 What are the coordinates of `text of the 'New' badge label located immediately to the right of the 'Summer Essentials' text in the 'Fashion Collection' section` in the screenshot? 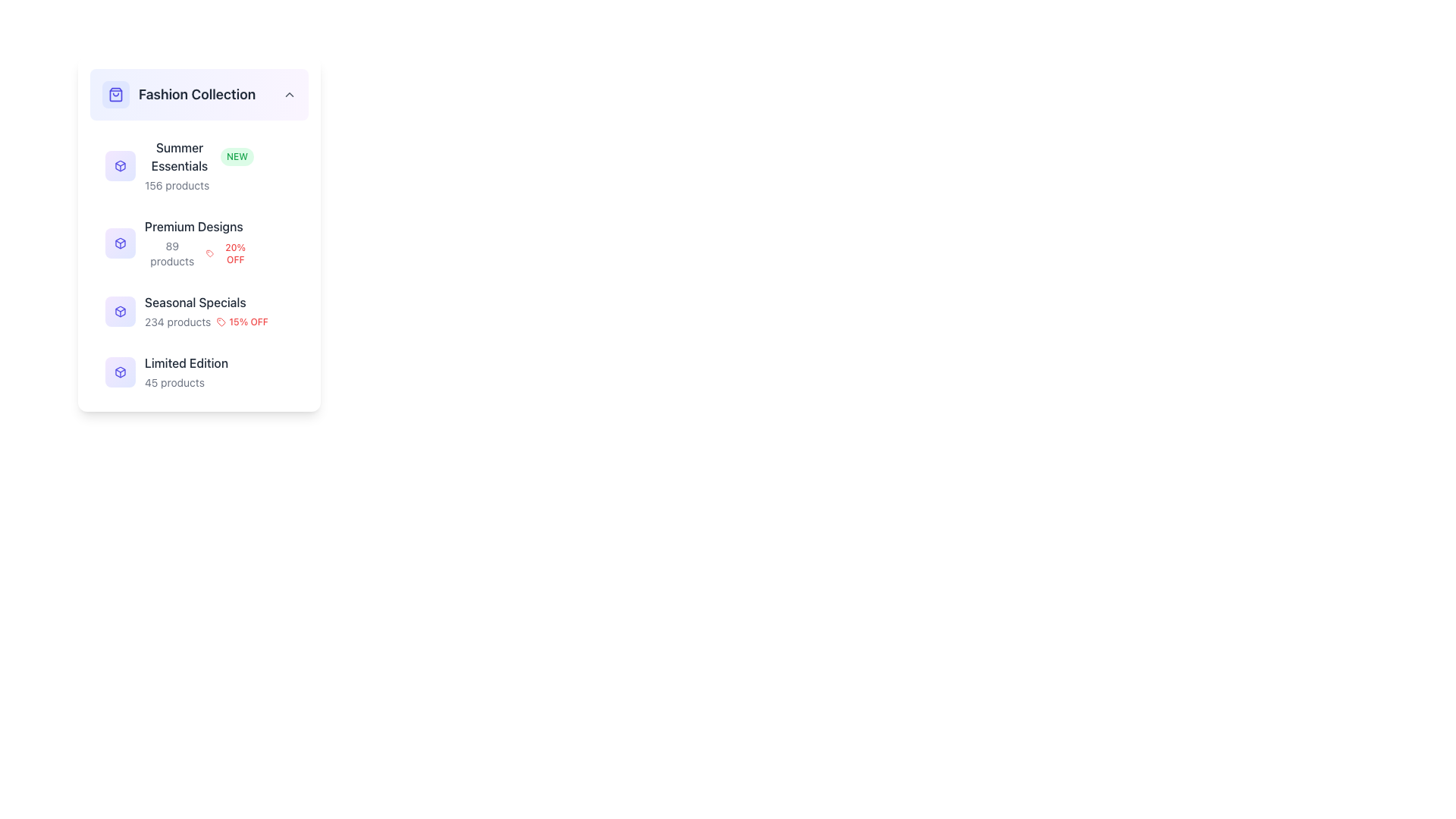 It's located at (236, 157).